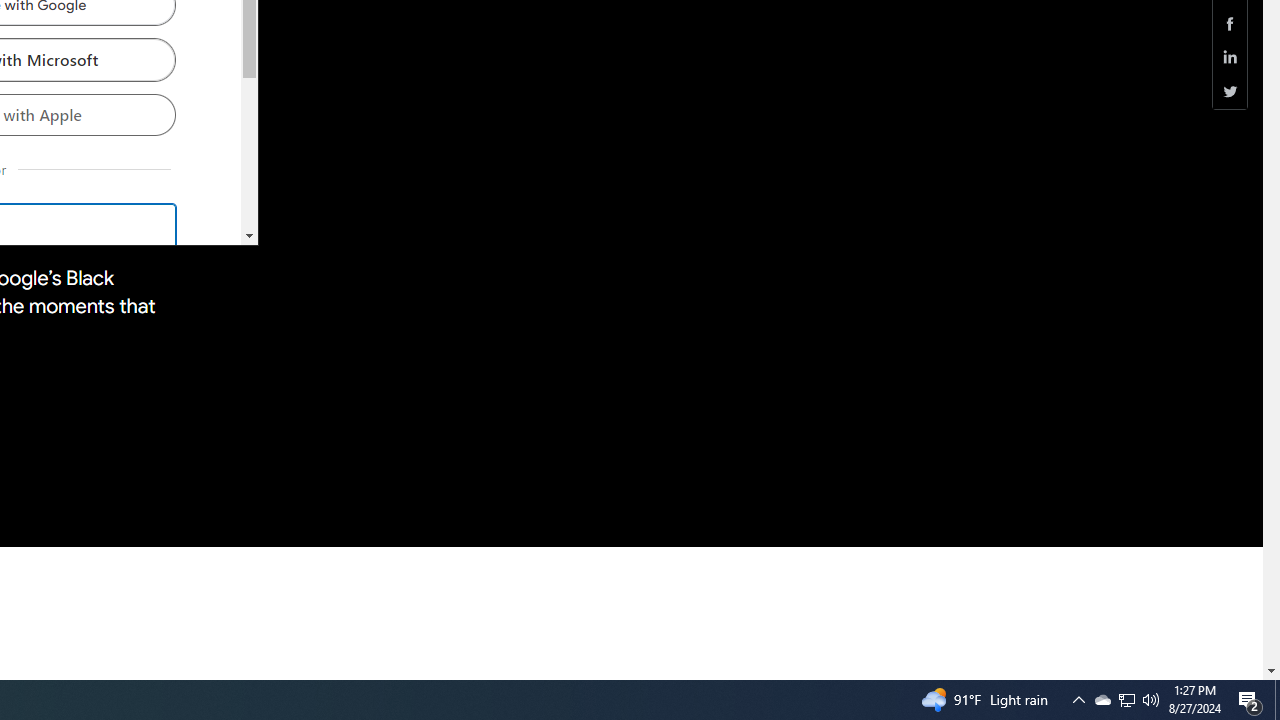 Image resolution: width=1280 pixels, height=720 pixels. Describe the element at coordinates (1276, 698) in the screenshot. I see `'Show desktop'` at that location.